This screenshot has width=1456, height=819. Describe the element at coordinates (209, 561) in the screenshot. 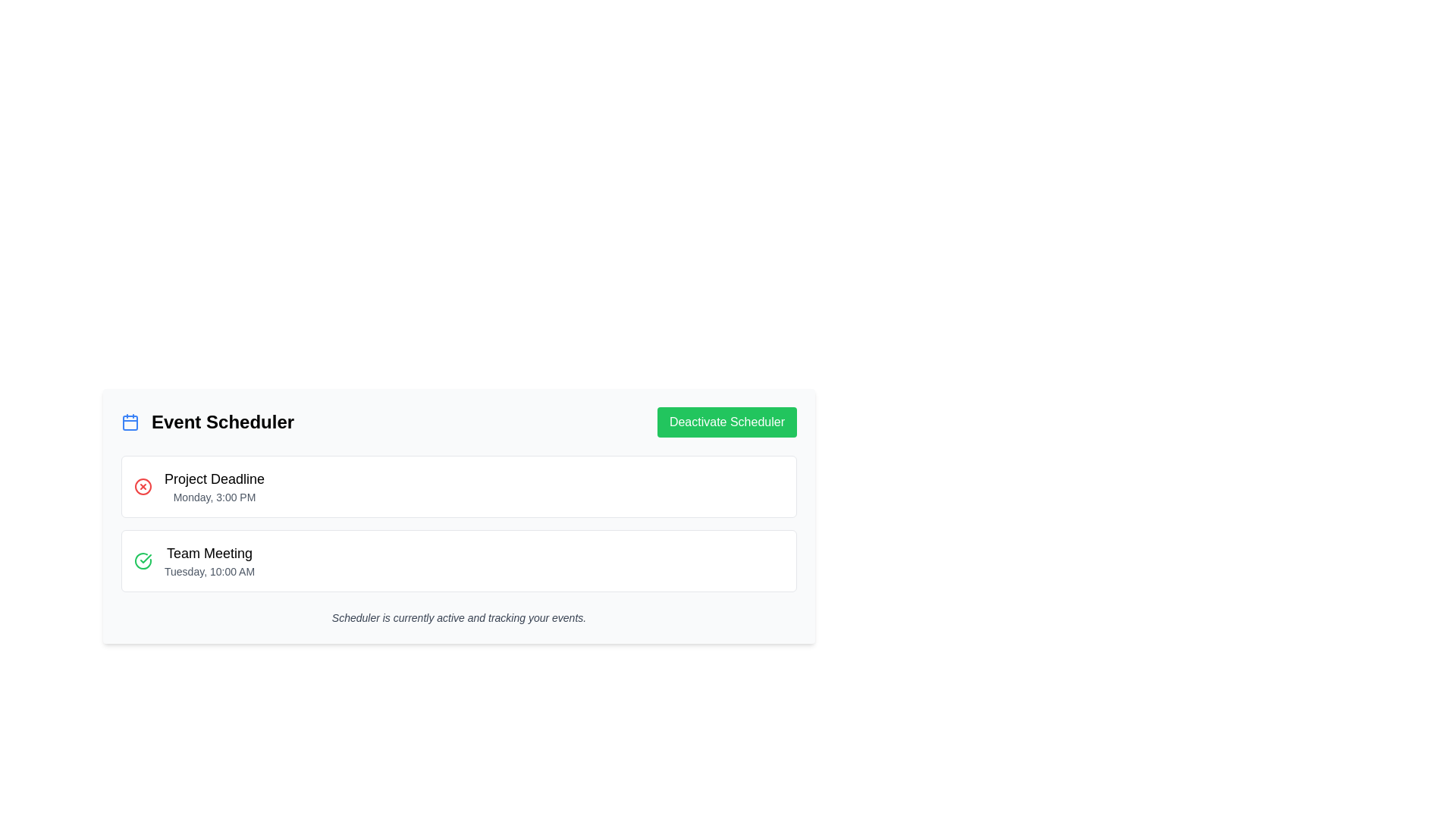

I see `event time displayed as 'Tuesday, 10:00 AM' under the event title 'Team Meeting' in the lower row of the event list` at that location.